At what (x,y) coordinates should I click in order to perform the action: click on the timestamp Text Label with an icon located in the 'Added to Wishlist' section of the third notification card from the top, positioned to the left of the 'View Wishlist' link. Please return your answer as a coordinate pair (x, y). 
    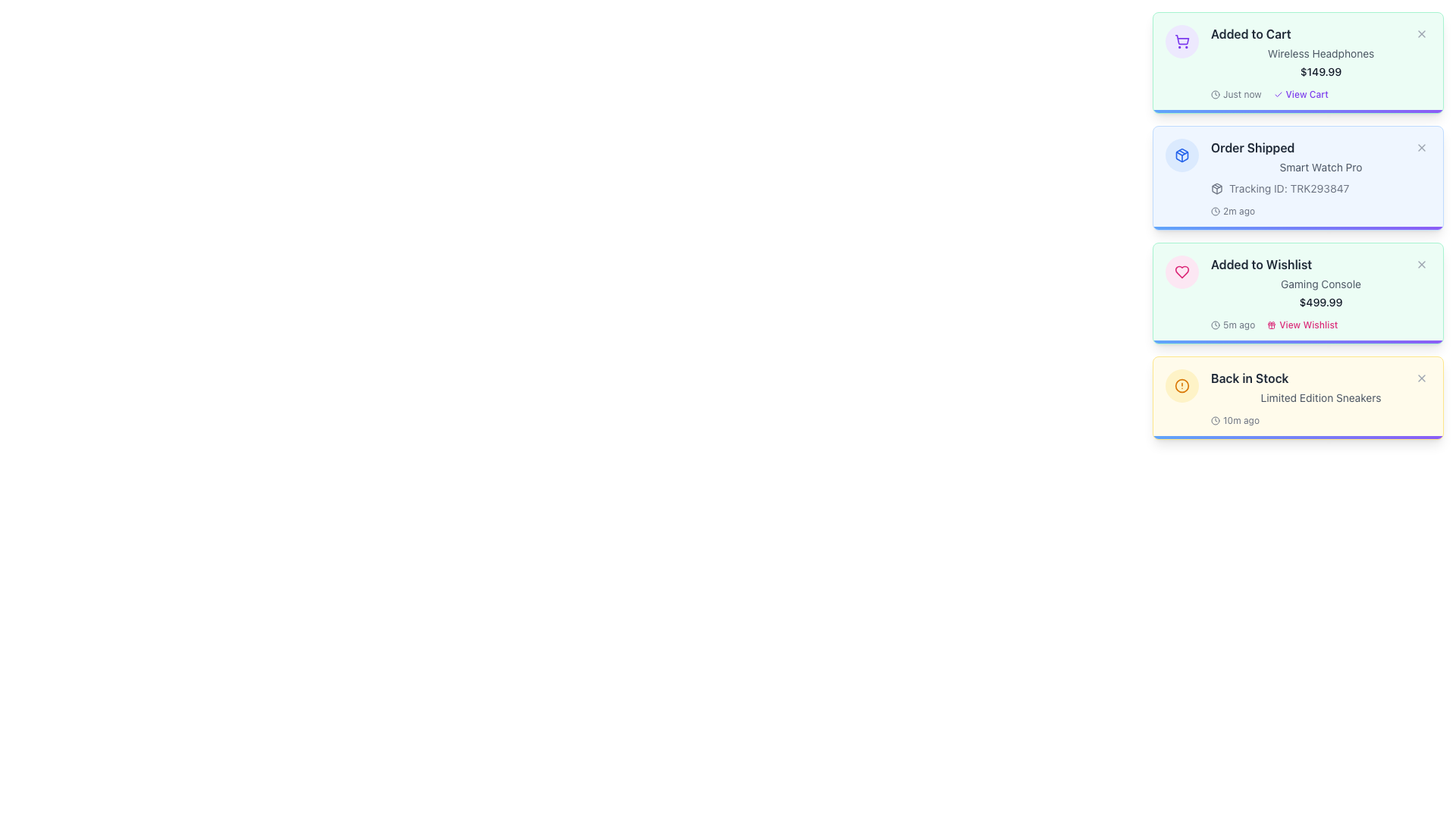
    Looking at the image, I should click on (1233, 324).